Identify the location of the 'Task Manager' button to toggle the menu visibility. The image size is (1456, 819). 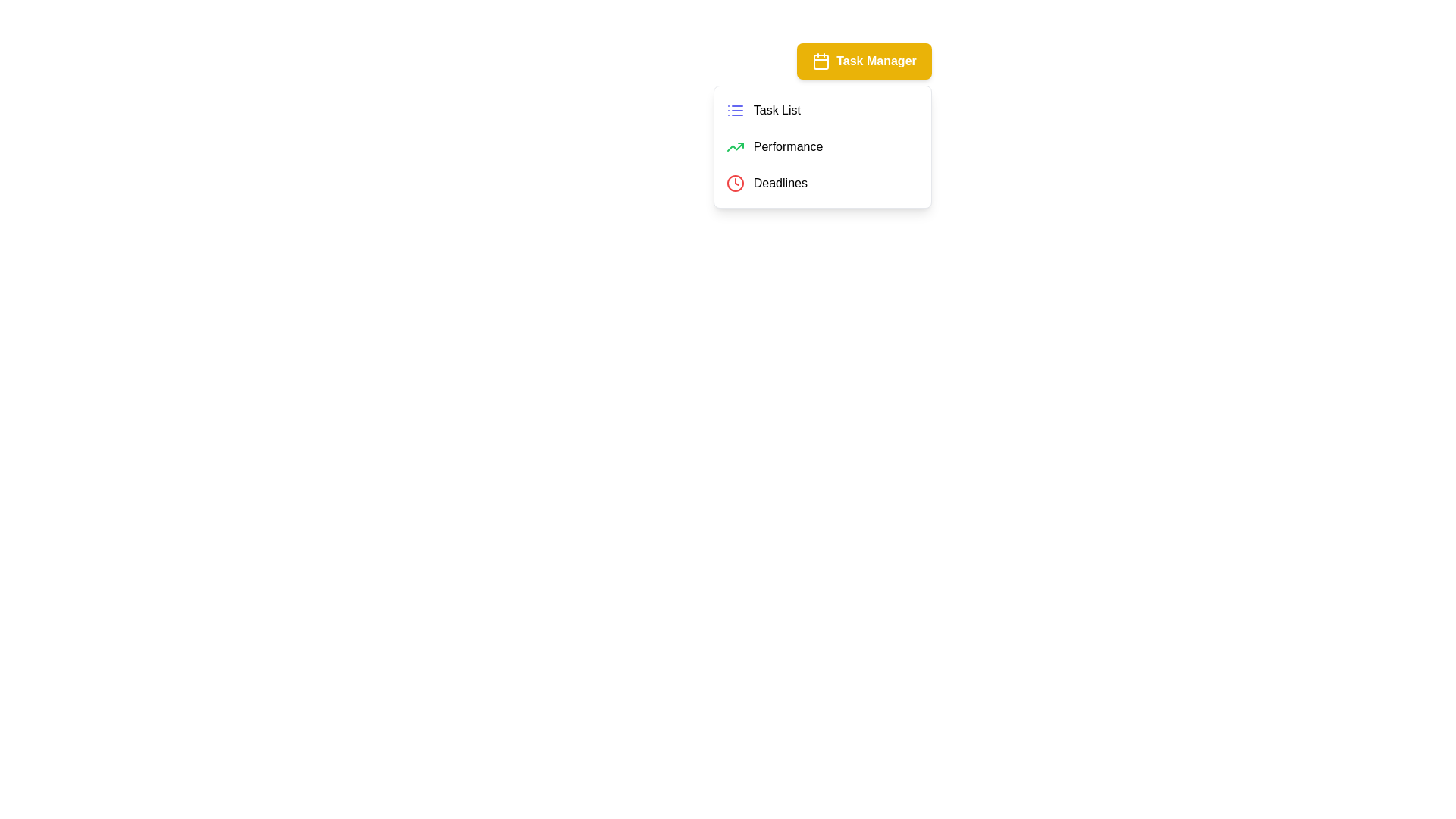
(864, 61).